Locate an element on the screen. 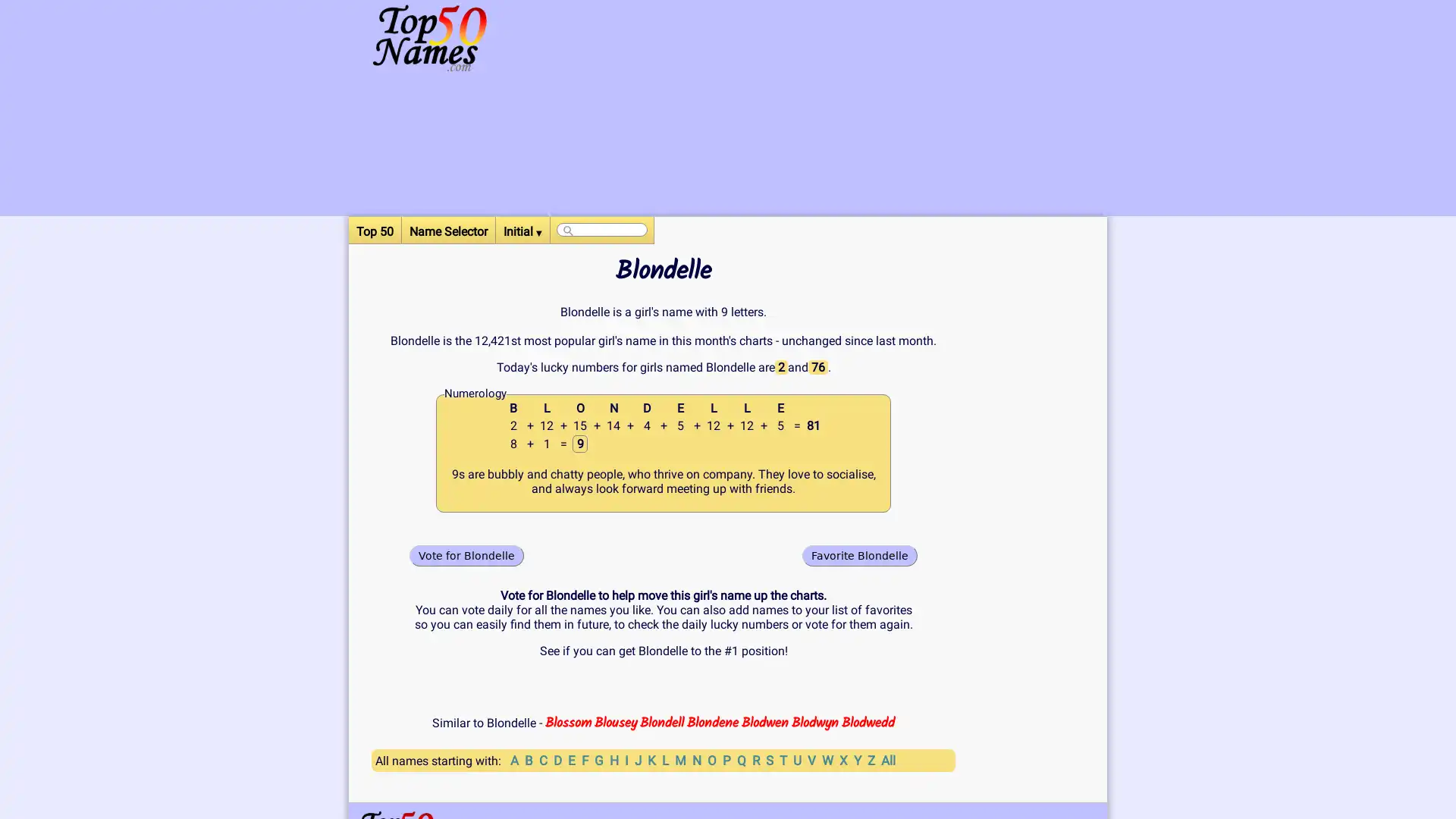 The width and height of the screenshot is (1456, 819). Favorite Blondelle is located at coordinates (859, 555).